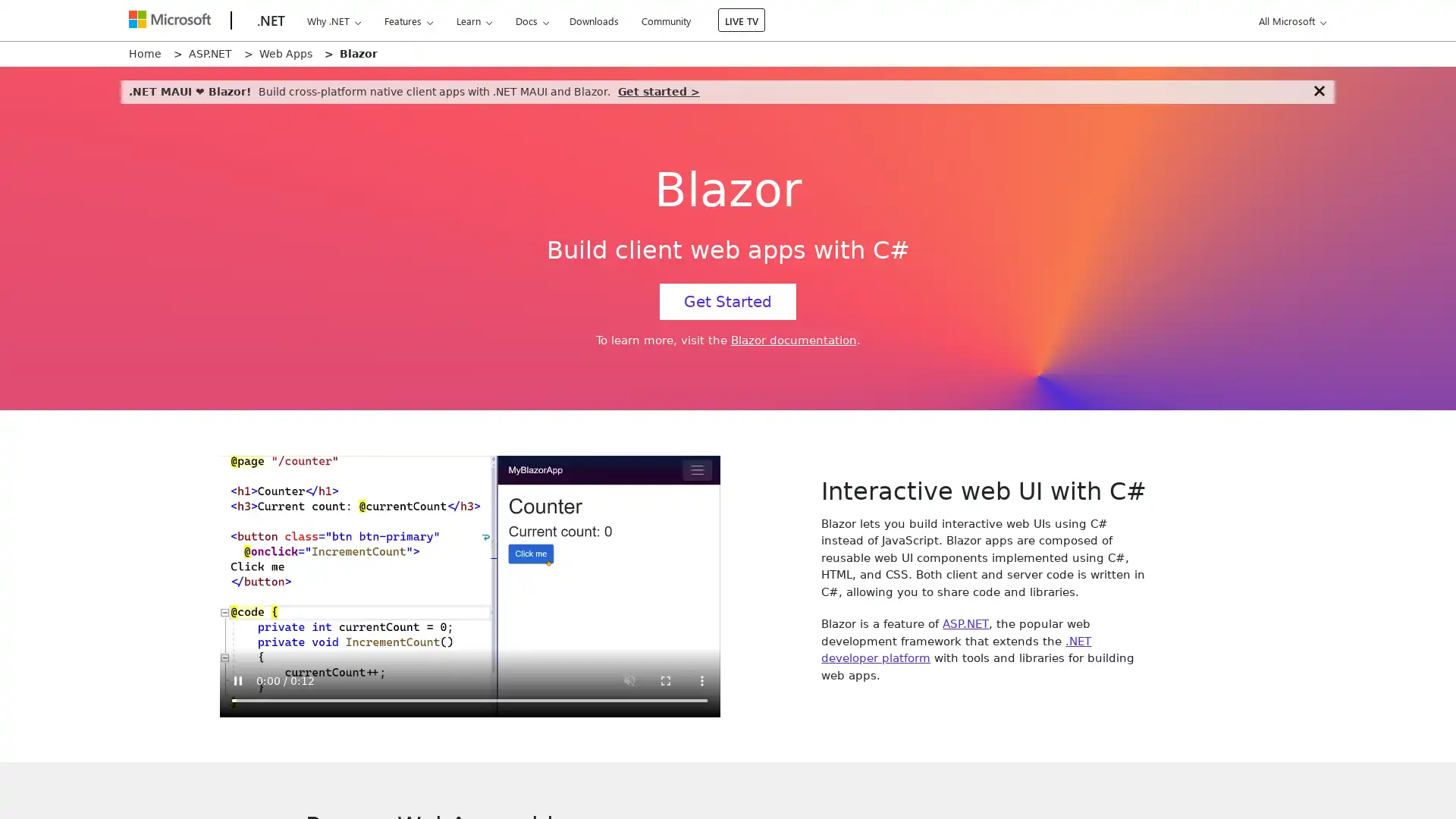 Image resolution: width=1456 pixels, height=819 pixels. What do you see at coordinates (728, 301) in the screenshot?
I see `Get Started` at bounding box center [728, 301].